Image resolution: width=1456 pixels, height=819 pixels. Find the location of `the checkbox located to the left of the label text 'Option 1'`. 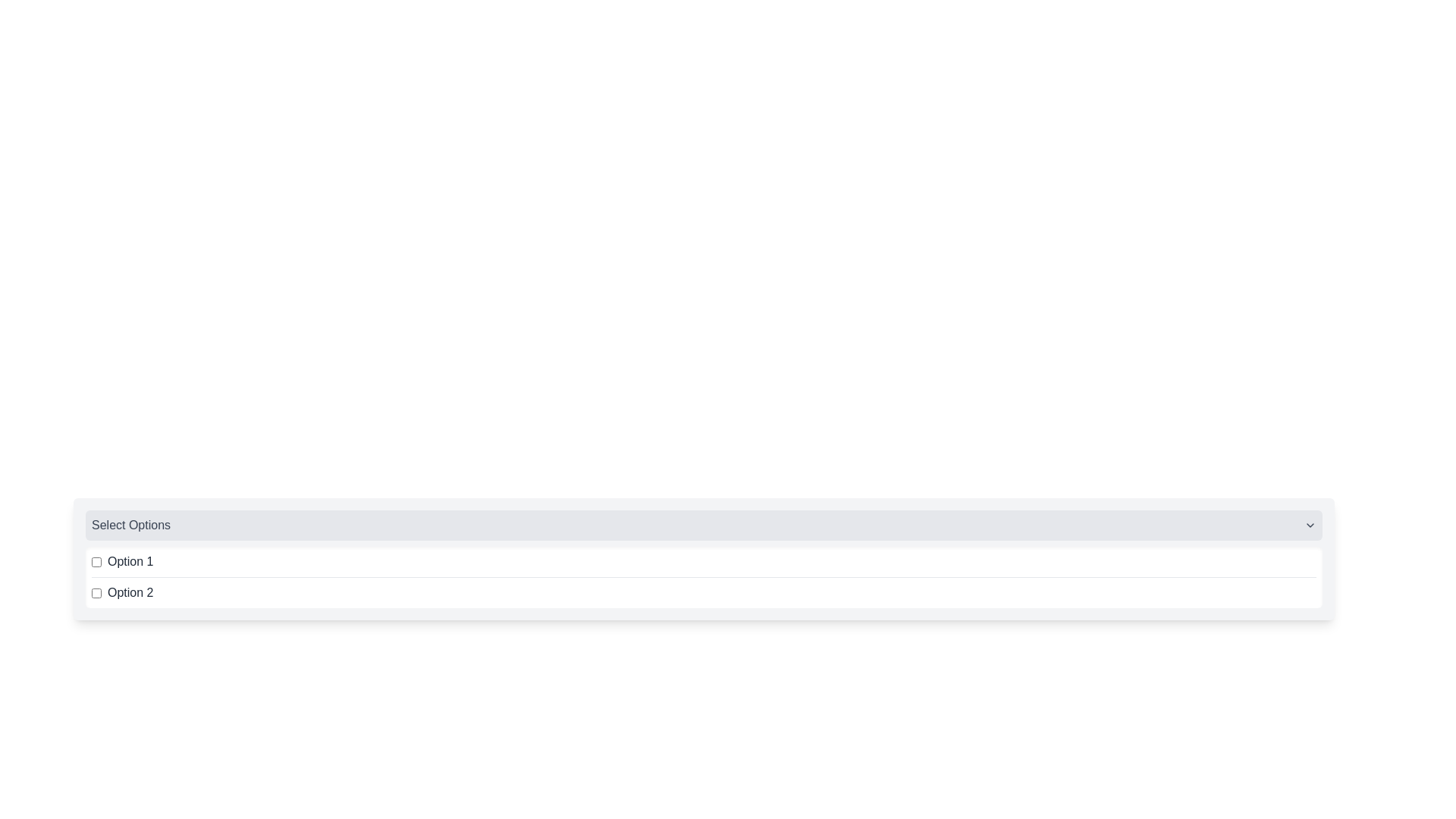

the checkbox located to the left of the label text 'Option 1' is located at coordinates (96, 561).